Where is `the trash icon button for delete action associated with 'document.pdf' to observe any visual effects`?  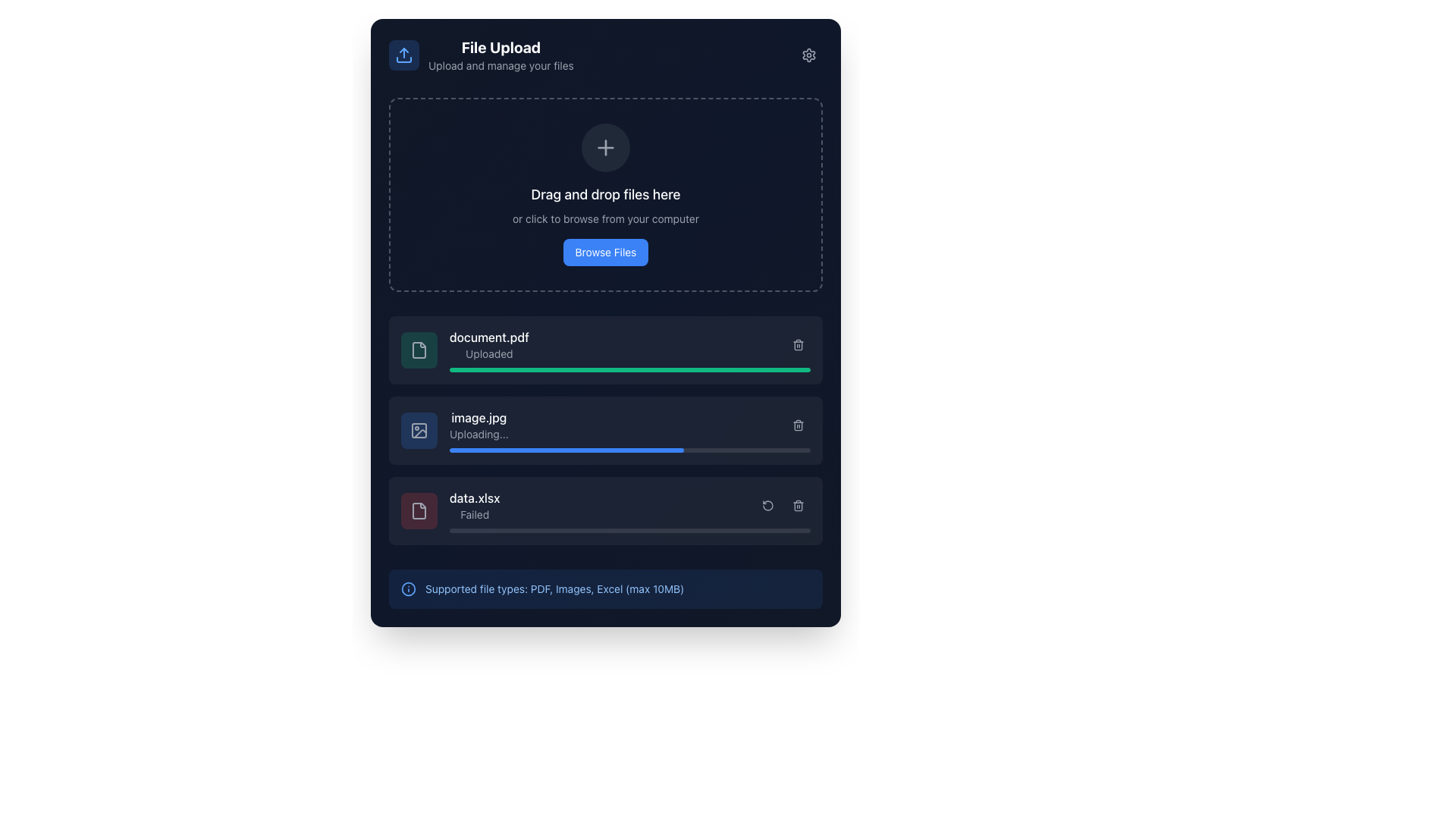 the trash icon button for delete action associated with 'document.pdf' to observe any visual effects is located at coordinates (797, 345).